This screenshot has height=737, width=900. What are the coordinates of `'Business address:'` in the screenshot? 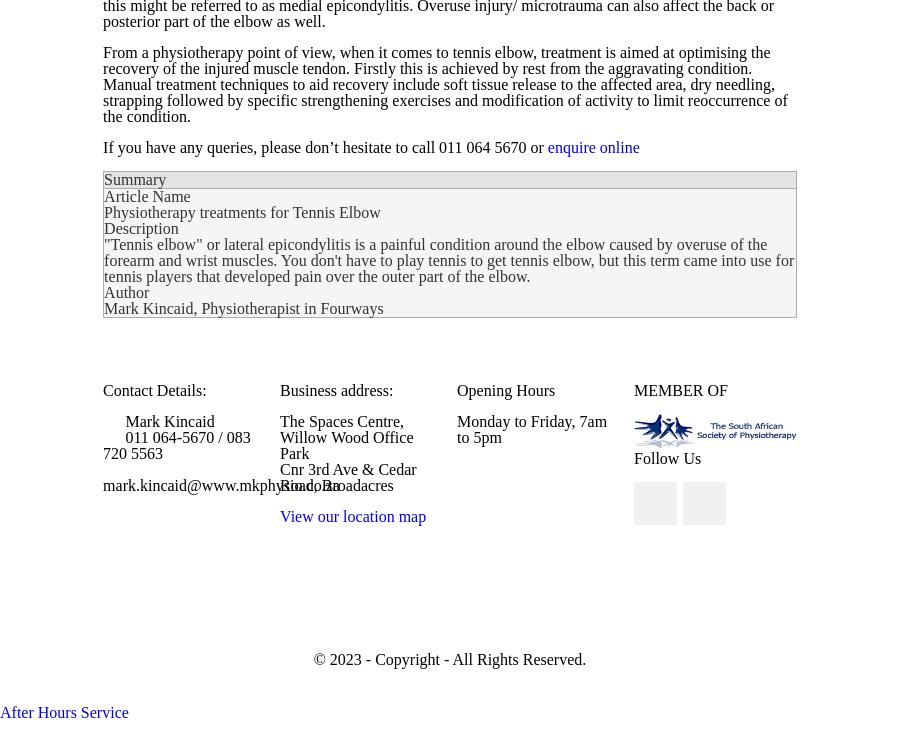 It's located at (278, 390).